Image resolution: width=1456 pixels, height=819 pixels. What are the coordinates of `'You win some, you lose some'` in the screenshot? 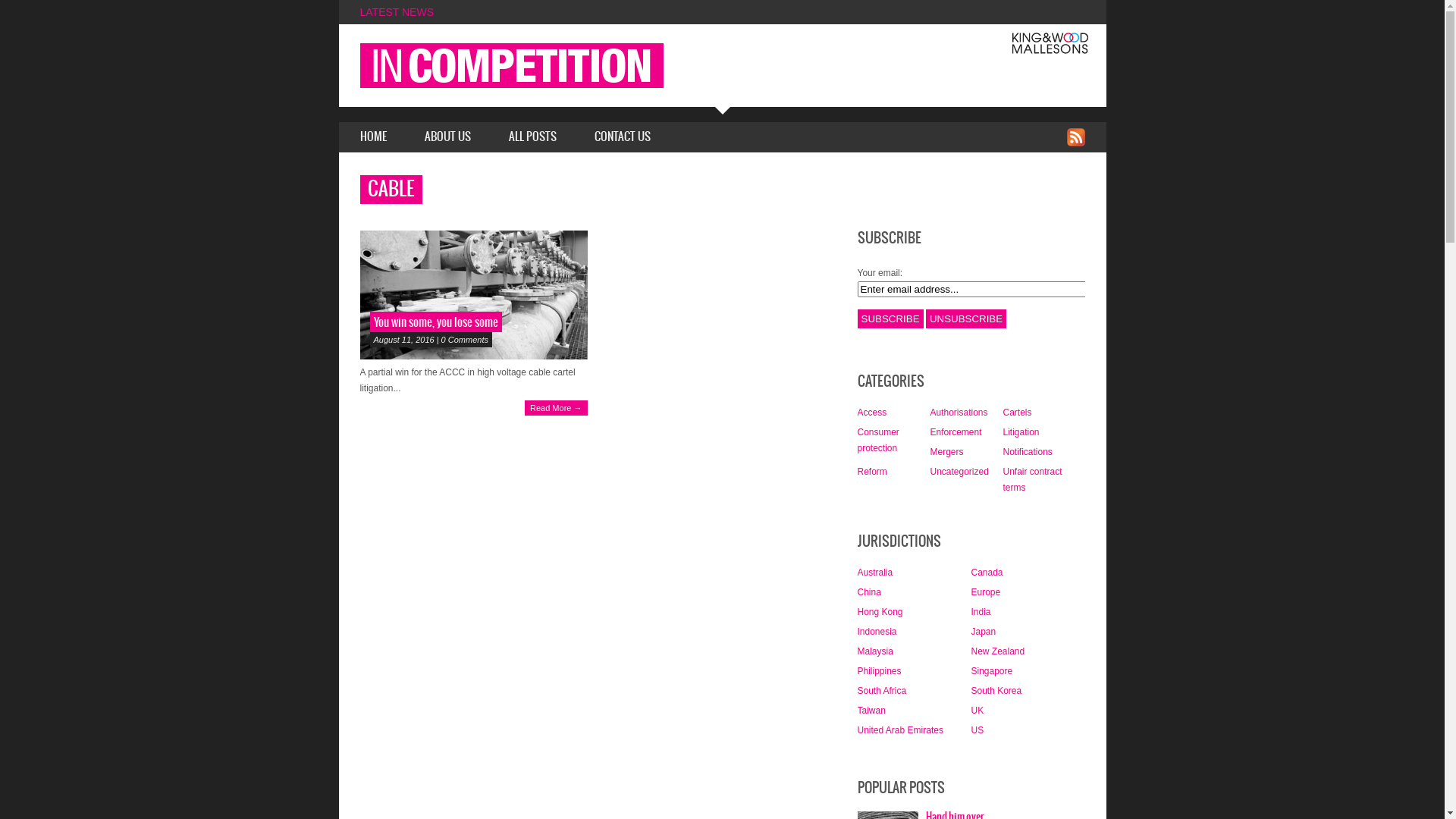 It's located at (435, 322).